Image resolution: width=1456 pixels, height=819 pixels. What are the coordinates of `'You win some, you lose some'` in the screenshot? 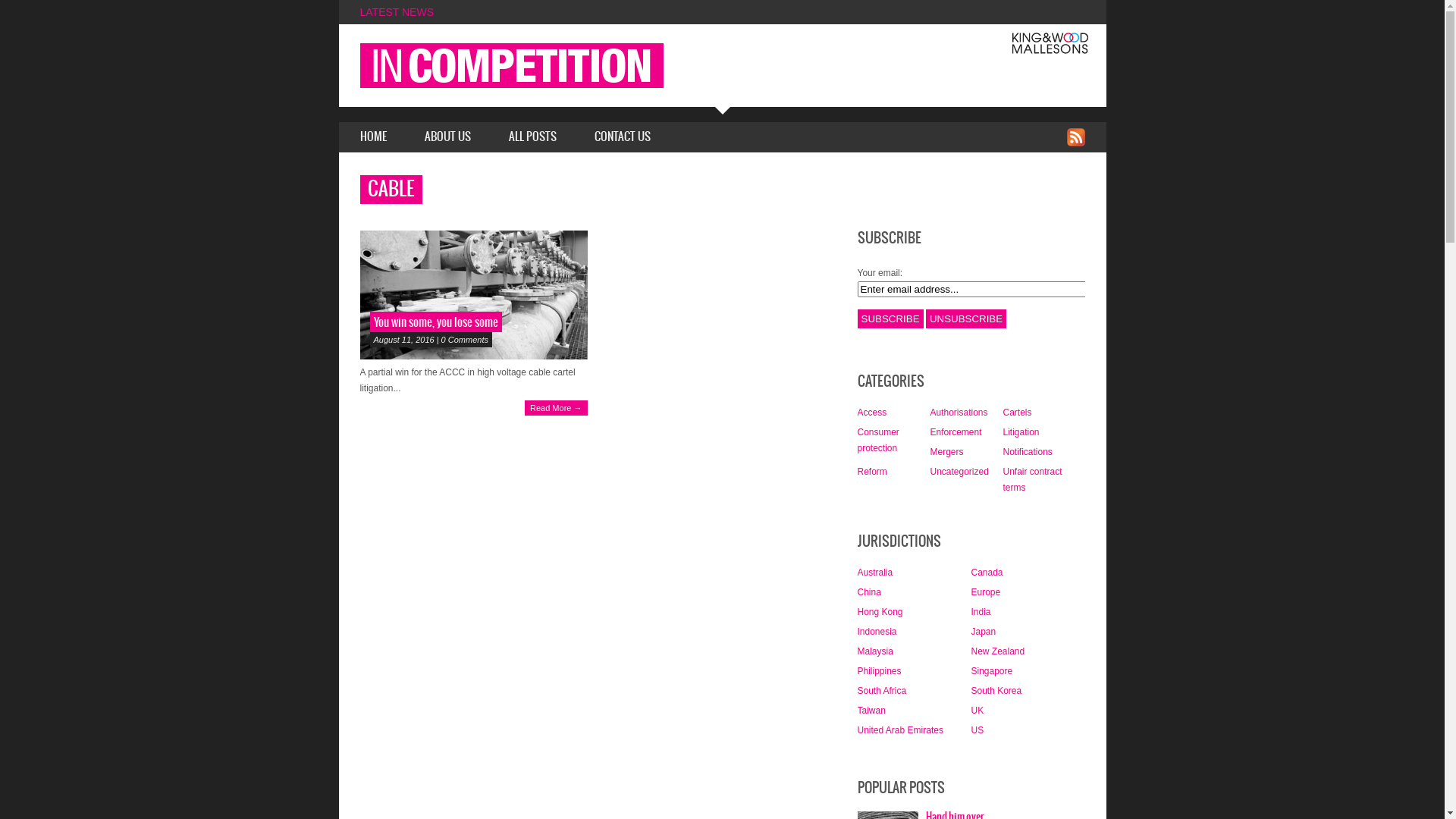 It's located at (435, 322).